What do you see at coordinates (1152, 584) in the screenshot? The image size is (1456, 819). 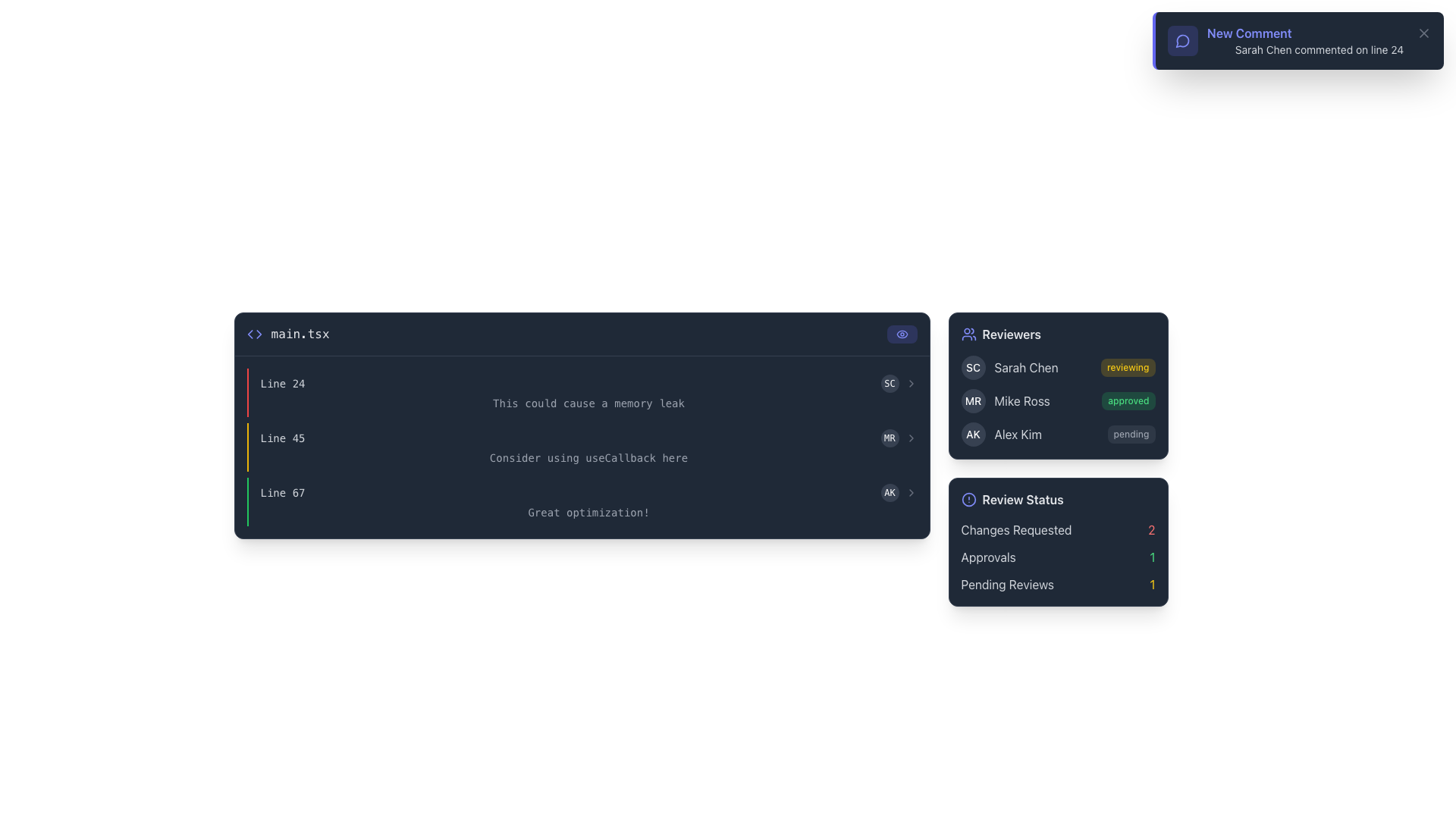 I see `the yellow-colored numeric text '1' in the 'Pending Reviews' row within the 'Review Status' section` at bounding box center [1152, 584].